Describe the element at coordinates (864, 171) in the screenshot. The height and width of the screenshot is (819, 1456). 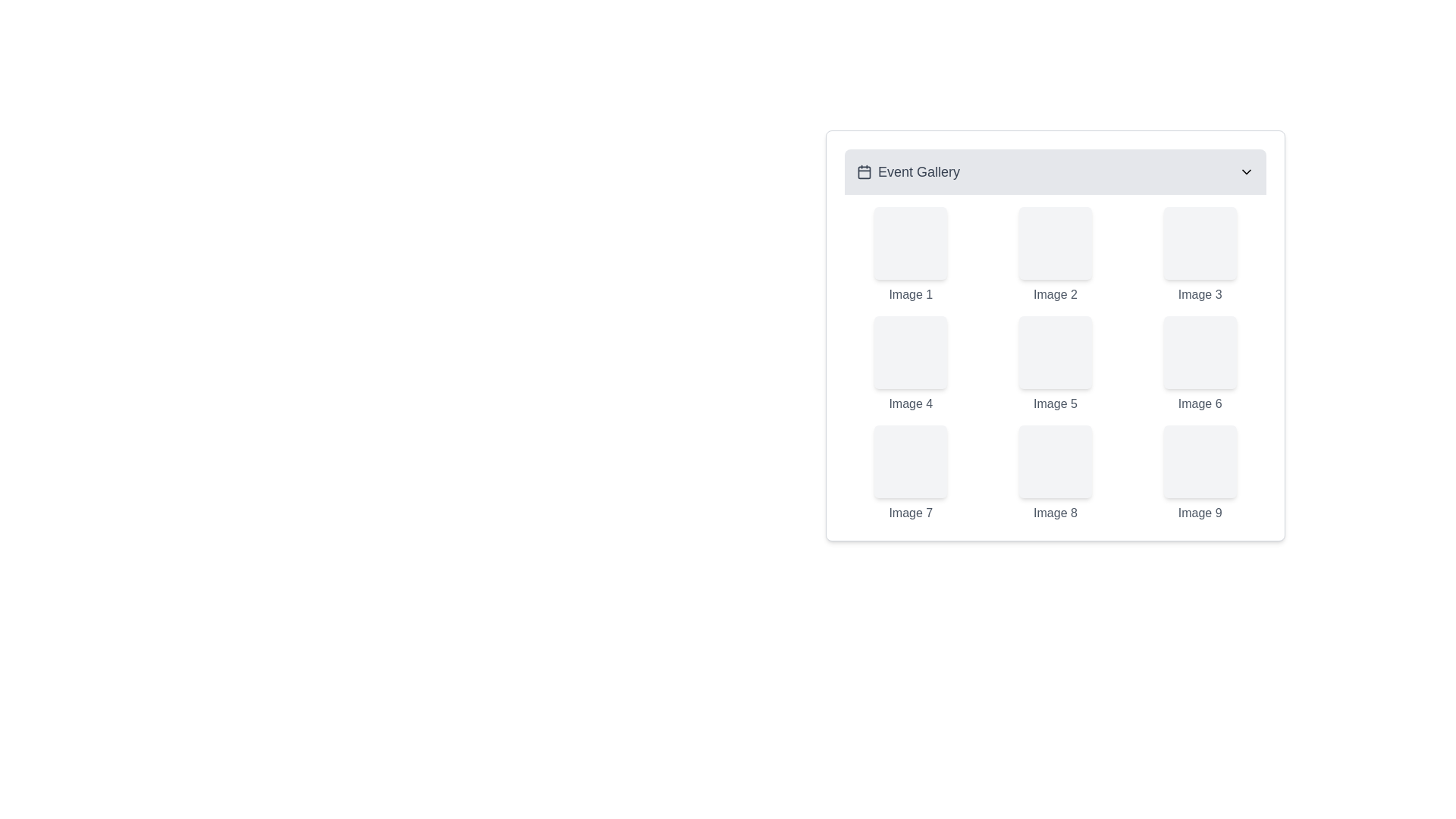
I see `the calendar icon located to the left of the text 'Event Gallery', which has a minimalistic and modern rectangular design with a date grid suggestion` at that location.